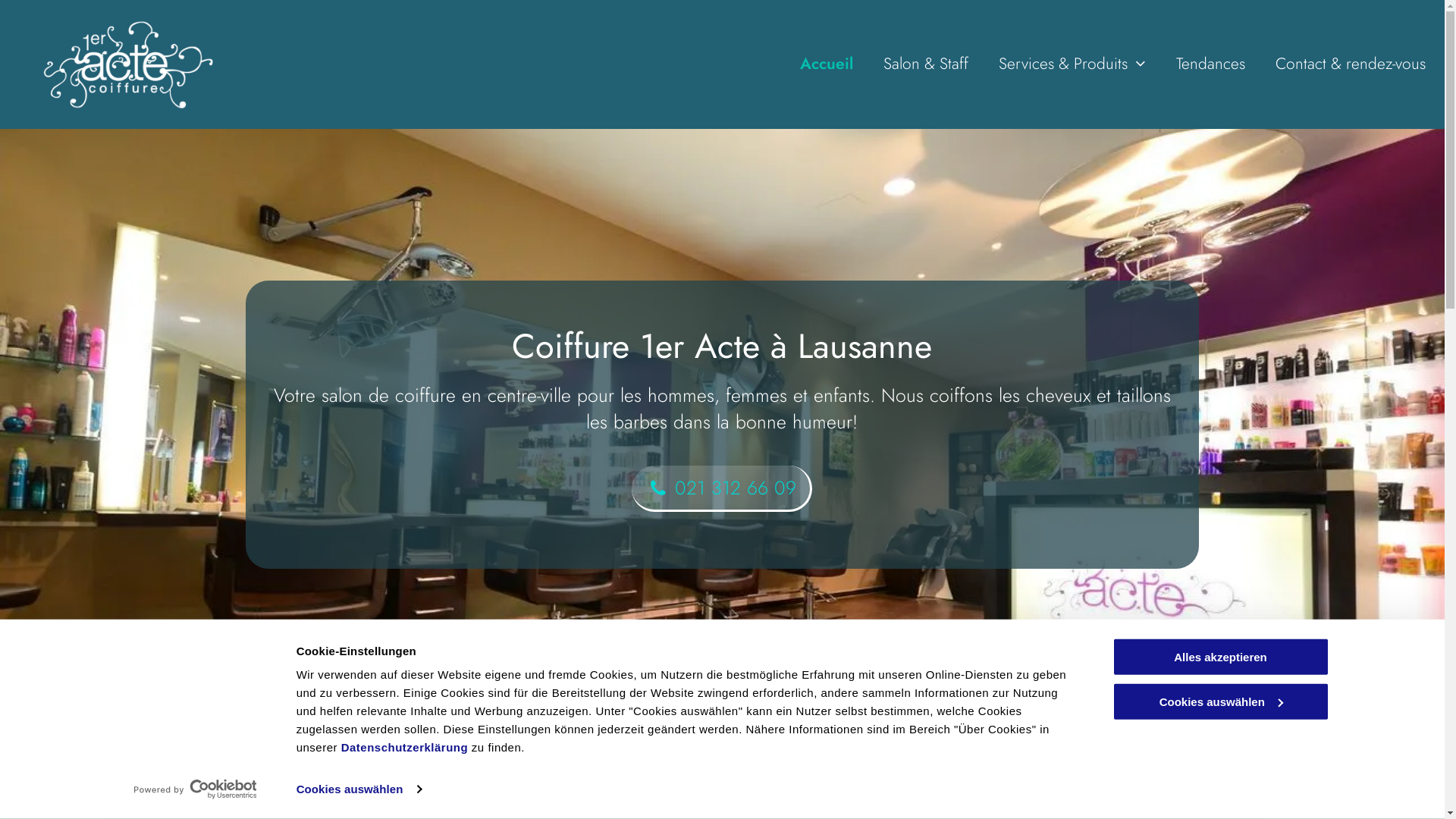 Image resolution: width=1456 pixels, height=819 pixels. I want to click on 'Services & Produits', so click(998, 63).